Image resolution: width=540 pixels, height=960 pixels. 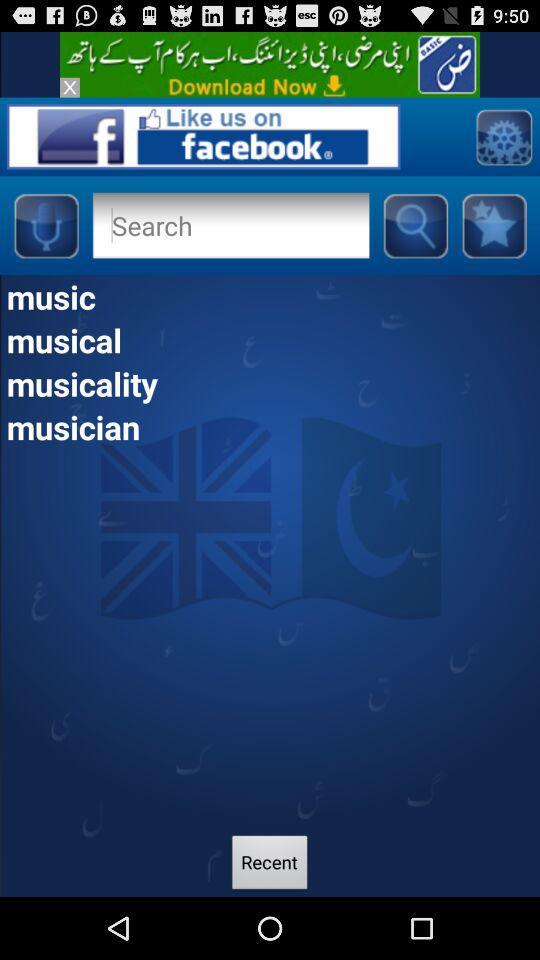 I want to click on to like on facebook, so click(x=202, y=135).